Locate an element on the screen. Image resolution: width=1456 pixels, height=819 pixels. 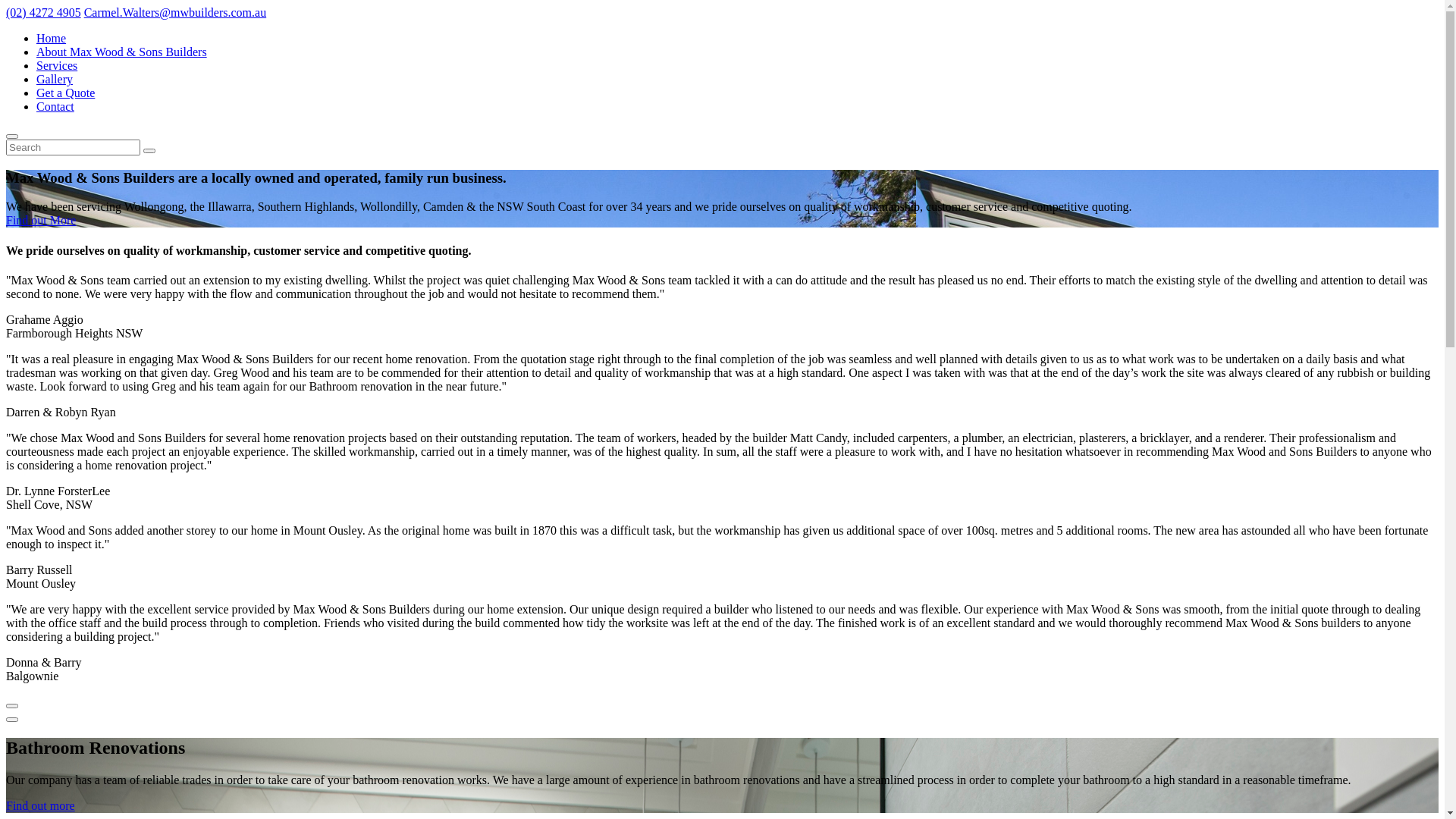
'Carmel.Walters@mwbuilders.com.au' is located at coordinates (175, 12).